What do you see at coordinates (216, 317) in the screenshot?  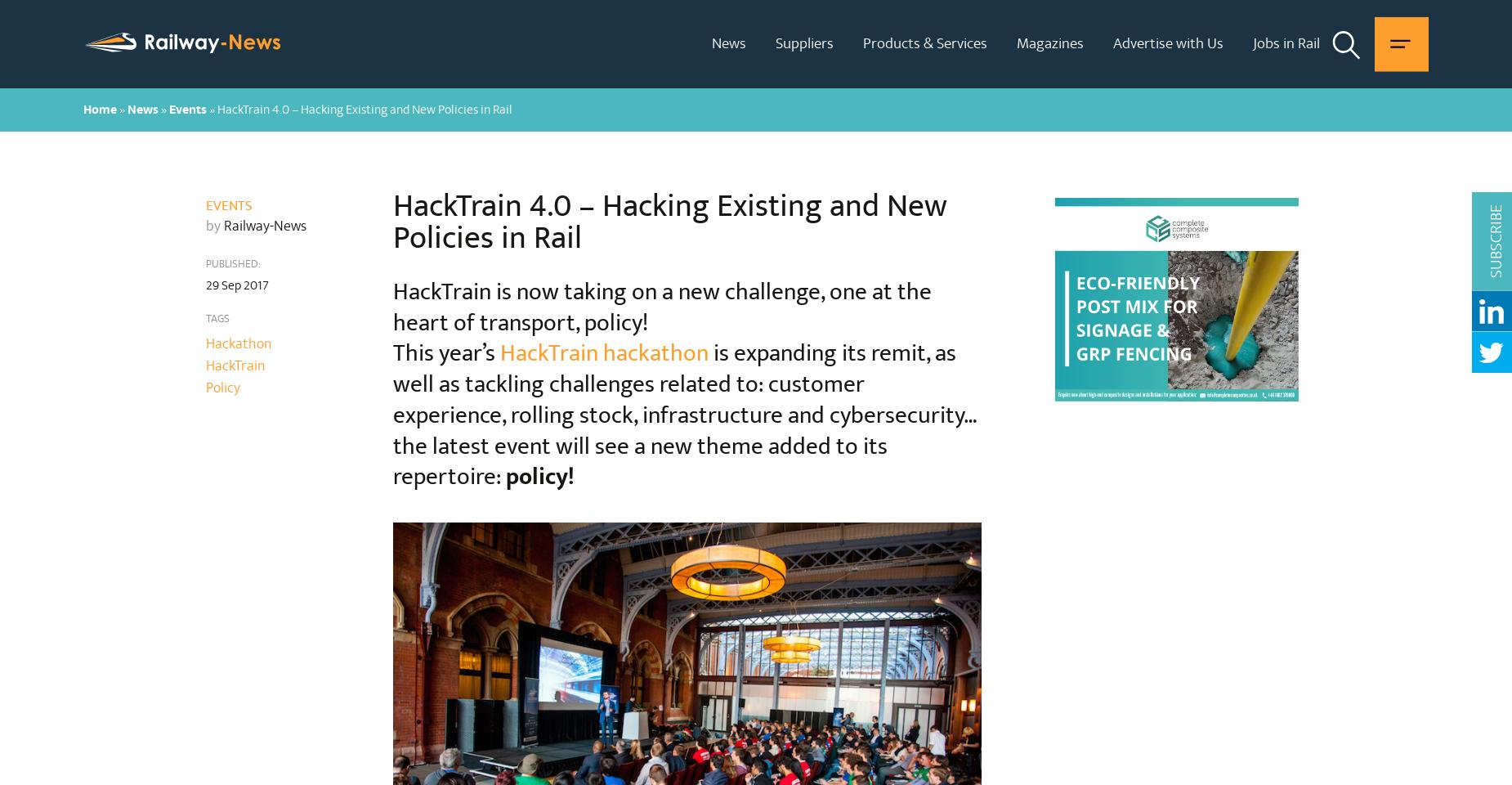 I see `'Tags'` at bounding box center [216, 317].